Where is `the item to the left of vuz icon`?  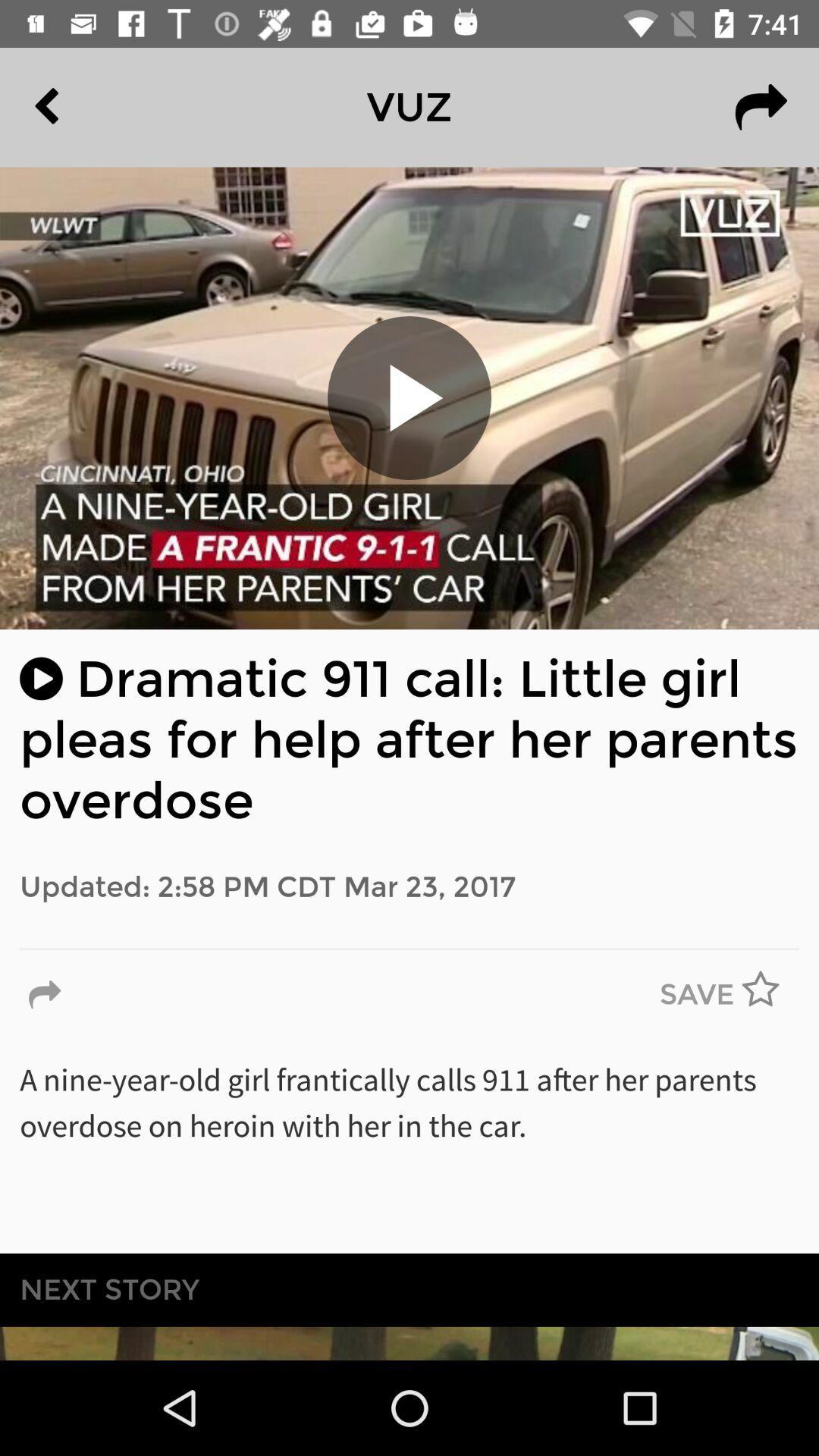
the item to the left of vuz icon is located at coordinates (81, 106).